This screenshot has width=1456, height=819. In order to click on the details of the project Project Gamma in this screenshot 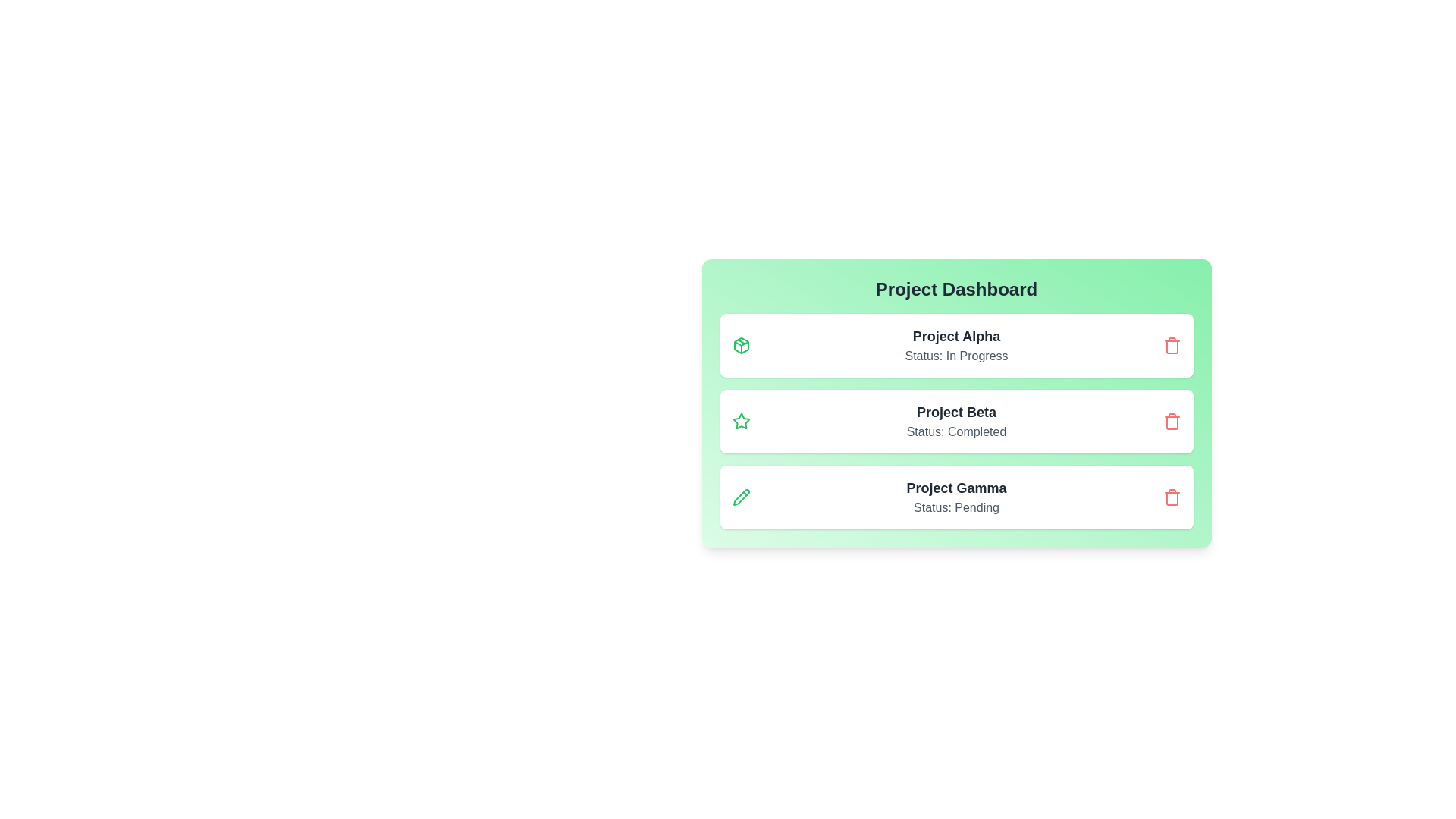, I will do `click(955, 497)`.